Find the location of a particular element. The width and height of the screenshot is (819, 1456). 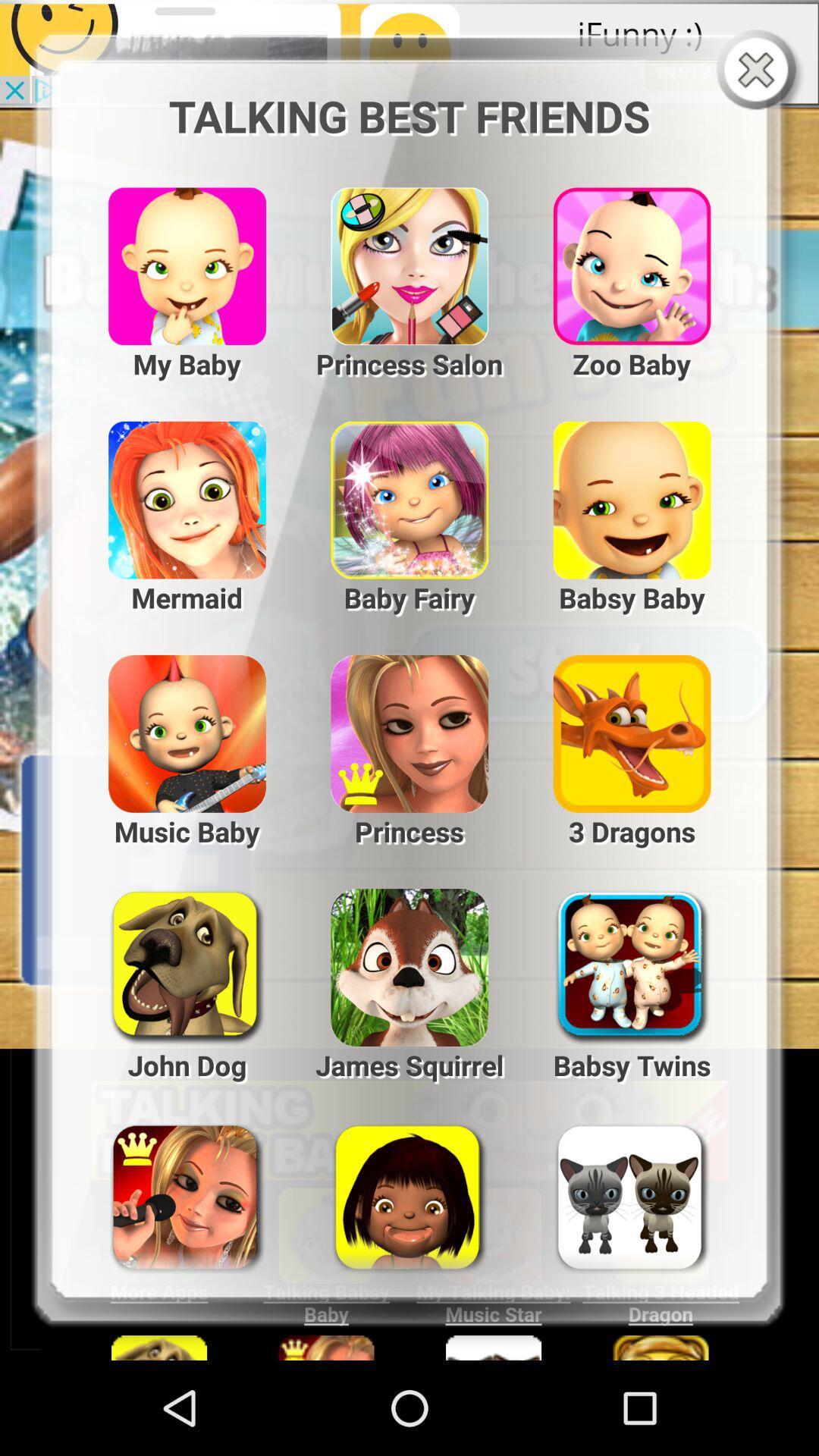

window close is located at coordinates (759, 71).